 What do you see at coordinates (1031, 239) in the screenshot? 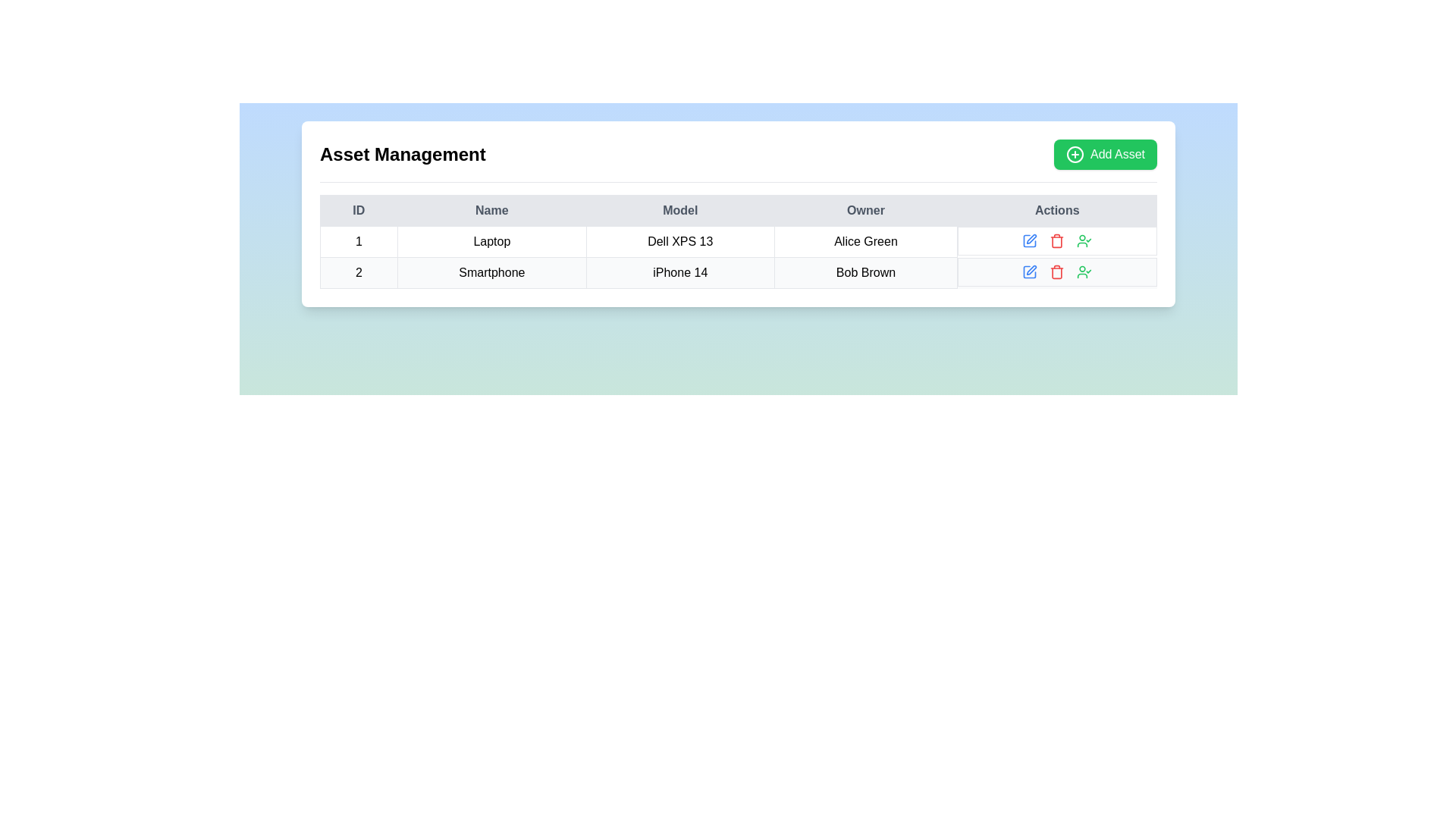
I see `the SVG icon representing the editing action located in the 'Actions' column of the first row in the table` at bounding box center [1031, 239].